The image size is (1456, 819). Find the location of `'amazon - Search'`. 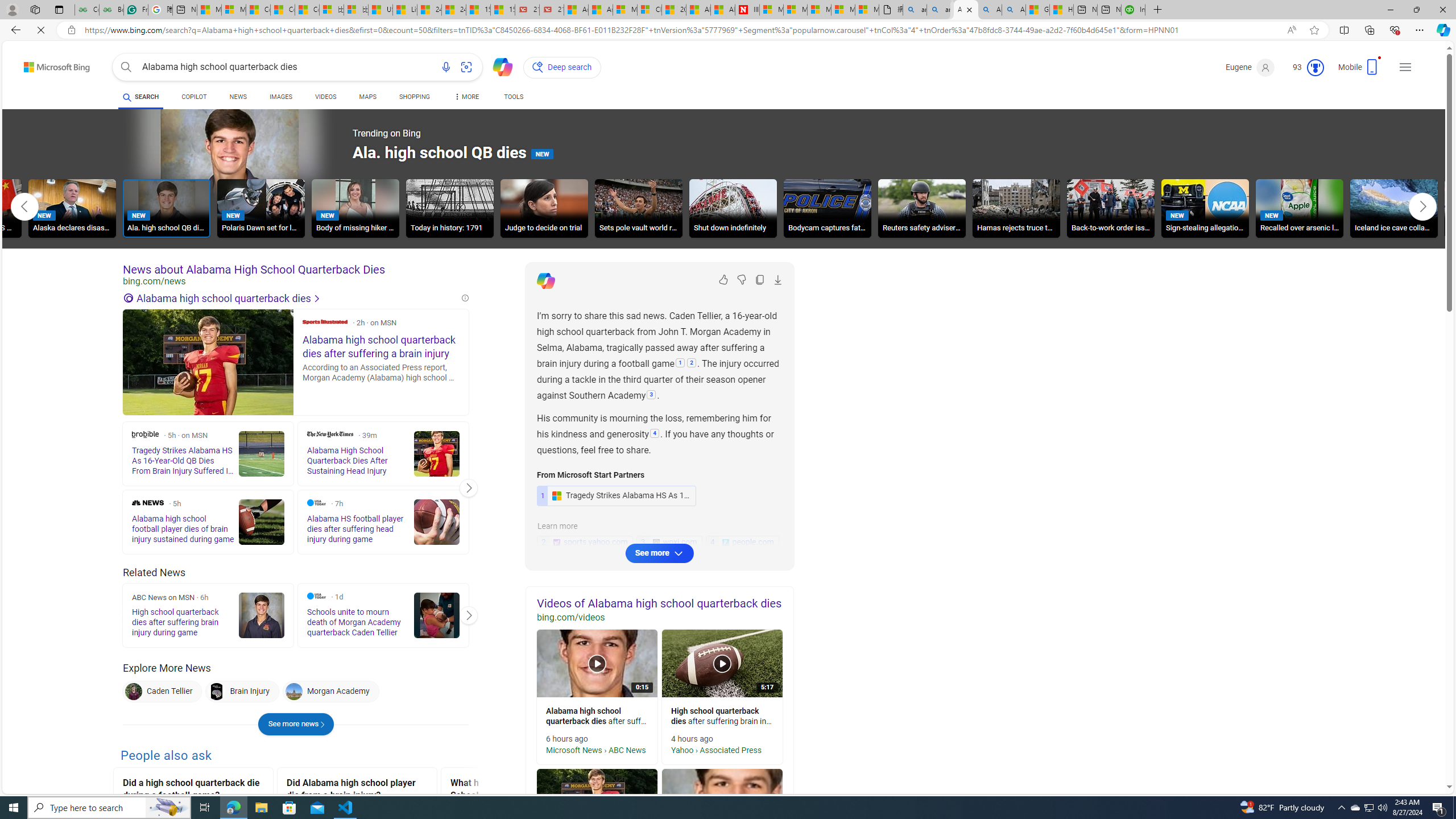

'amazon - Search' is located at coordinates (914, 9).